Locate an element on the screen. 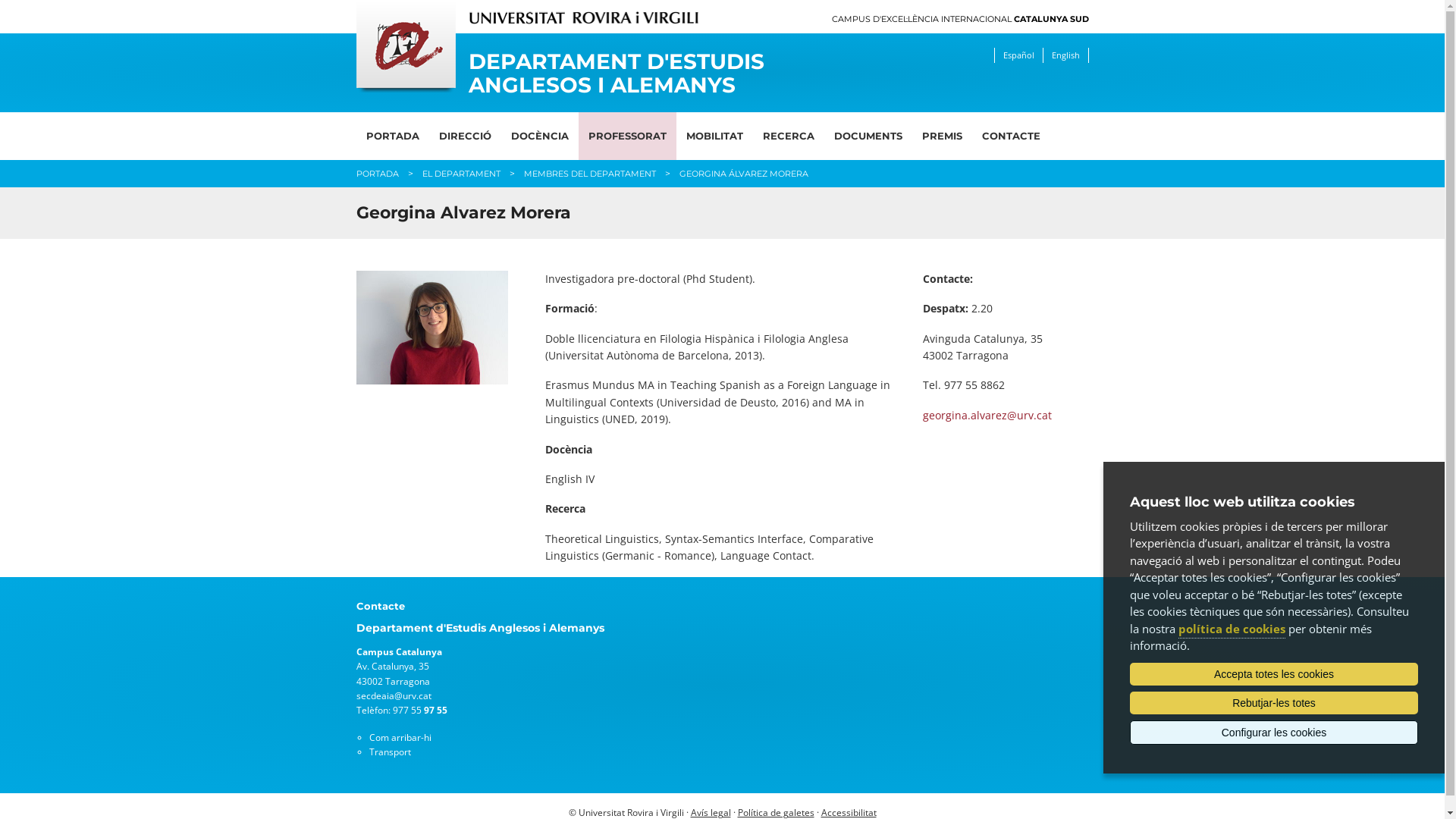  'DOCUMENTS' is located at coordinates (867, 135).